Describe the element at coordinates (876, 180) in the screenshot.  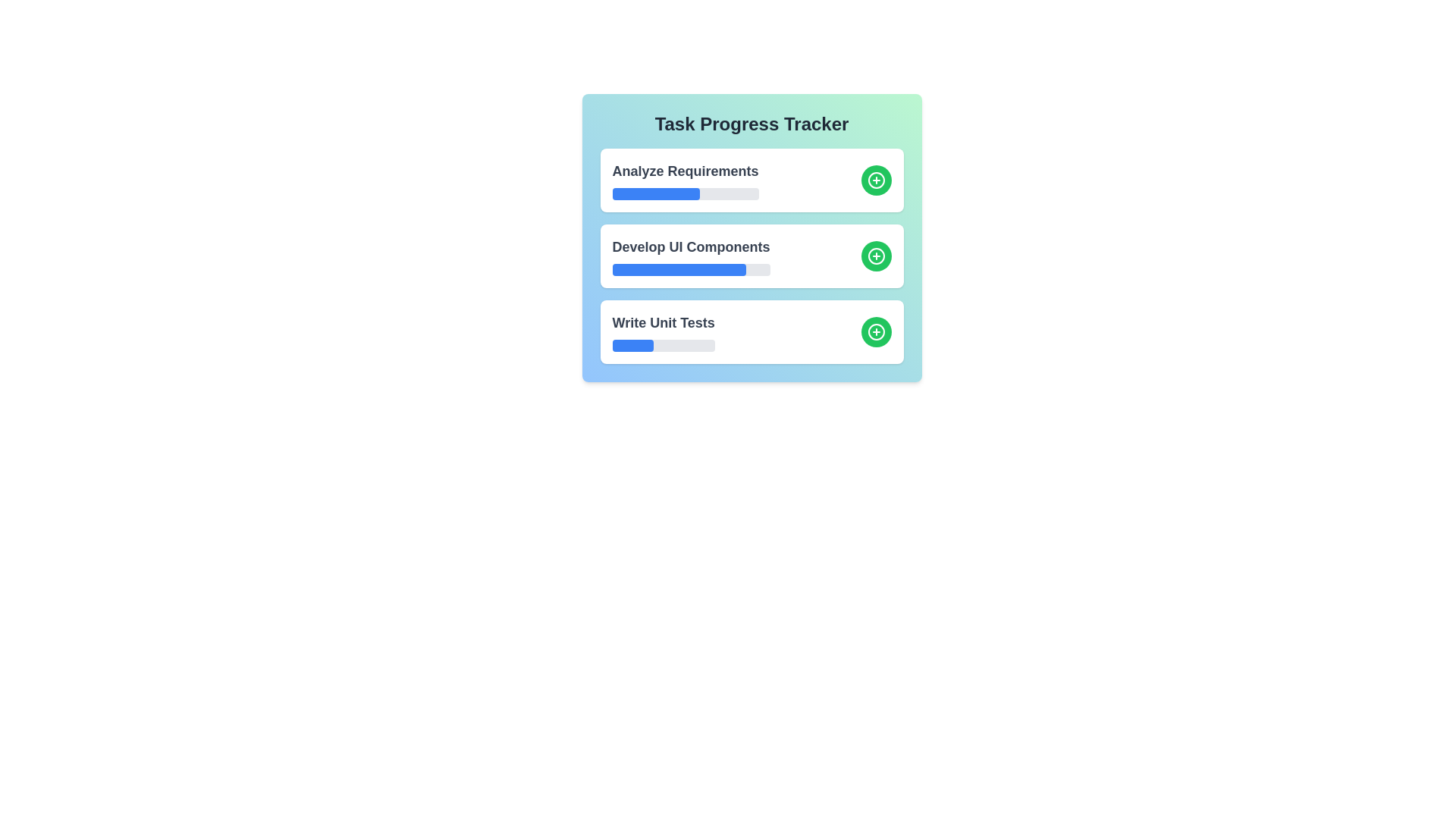
I see `'+' button for the task 'Analyze Requirements' to increase its progress` at that location.